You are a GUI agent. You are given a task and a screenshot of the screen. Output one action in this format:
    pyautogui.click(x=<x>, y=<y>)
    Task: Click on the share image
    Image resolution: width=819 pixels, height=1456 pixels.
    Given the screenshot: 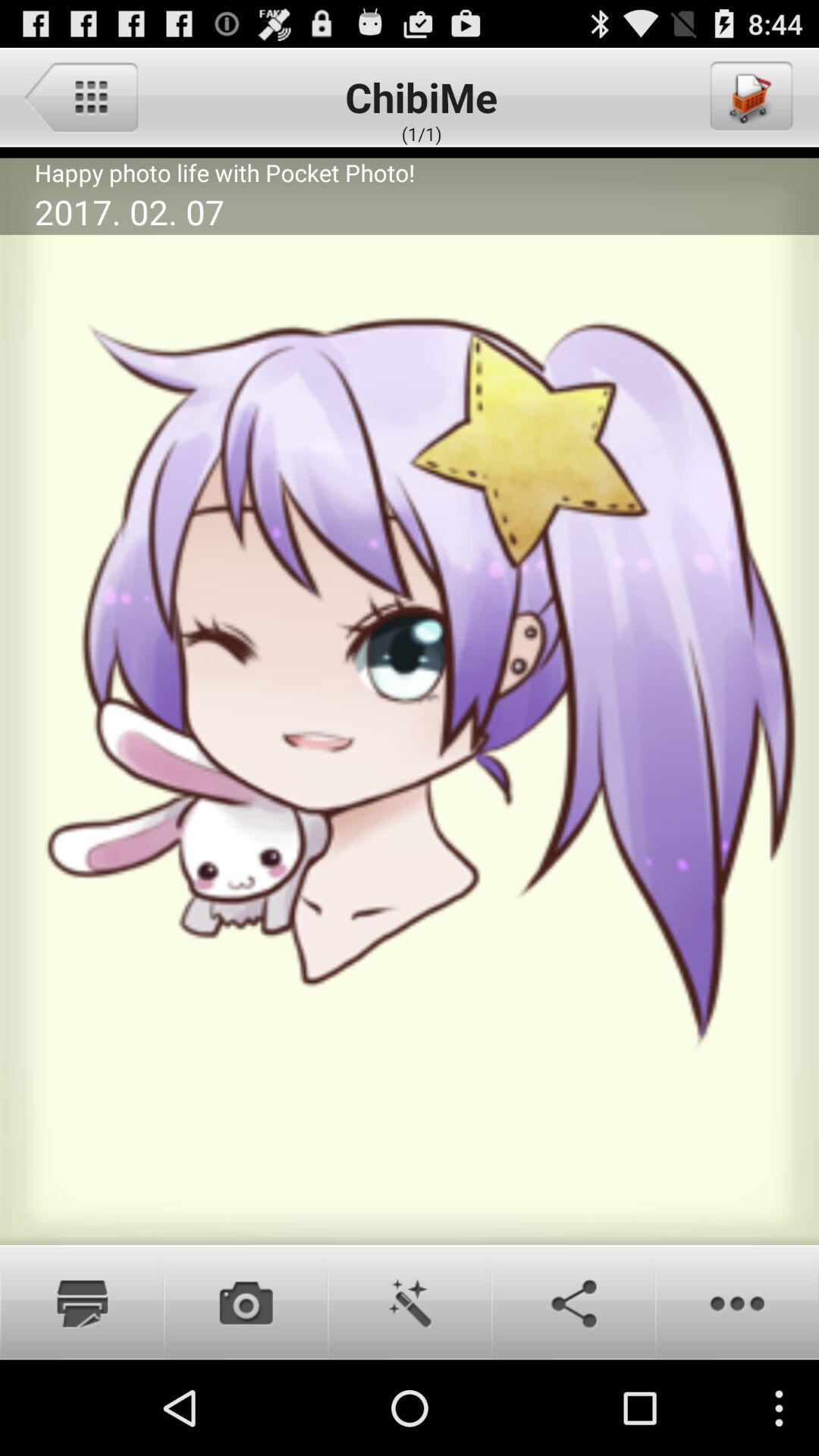 What is the action you would take?
    pyautogui.click(x=573, y=1301)
    